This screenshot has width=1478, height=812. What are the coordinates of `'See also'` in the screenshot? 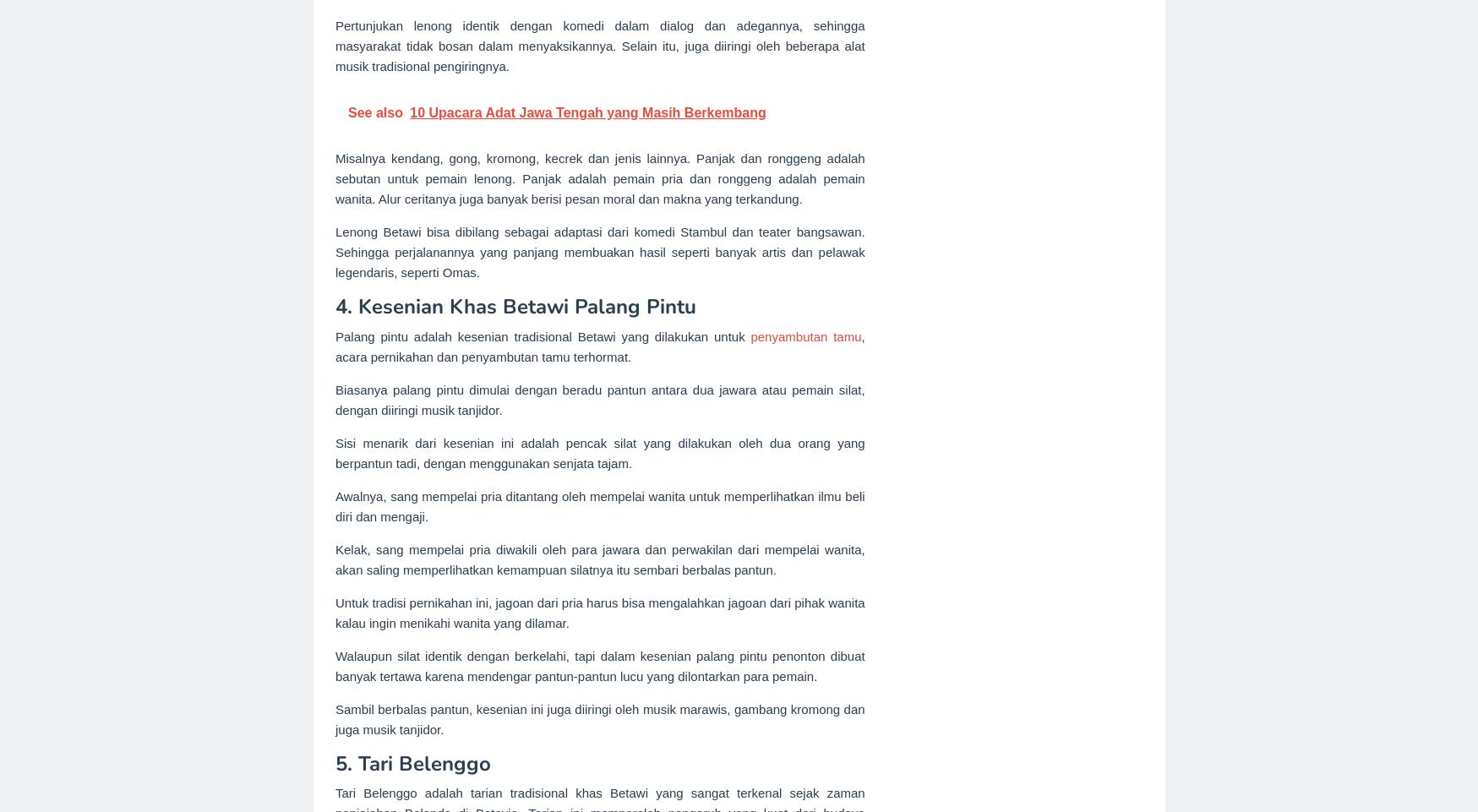 It's located at (374, 111).